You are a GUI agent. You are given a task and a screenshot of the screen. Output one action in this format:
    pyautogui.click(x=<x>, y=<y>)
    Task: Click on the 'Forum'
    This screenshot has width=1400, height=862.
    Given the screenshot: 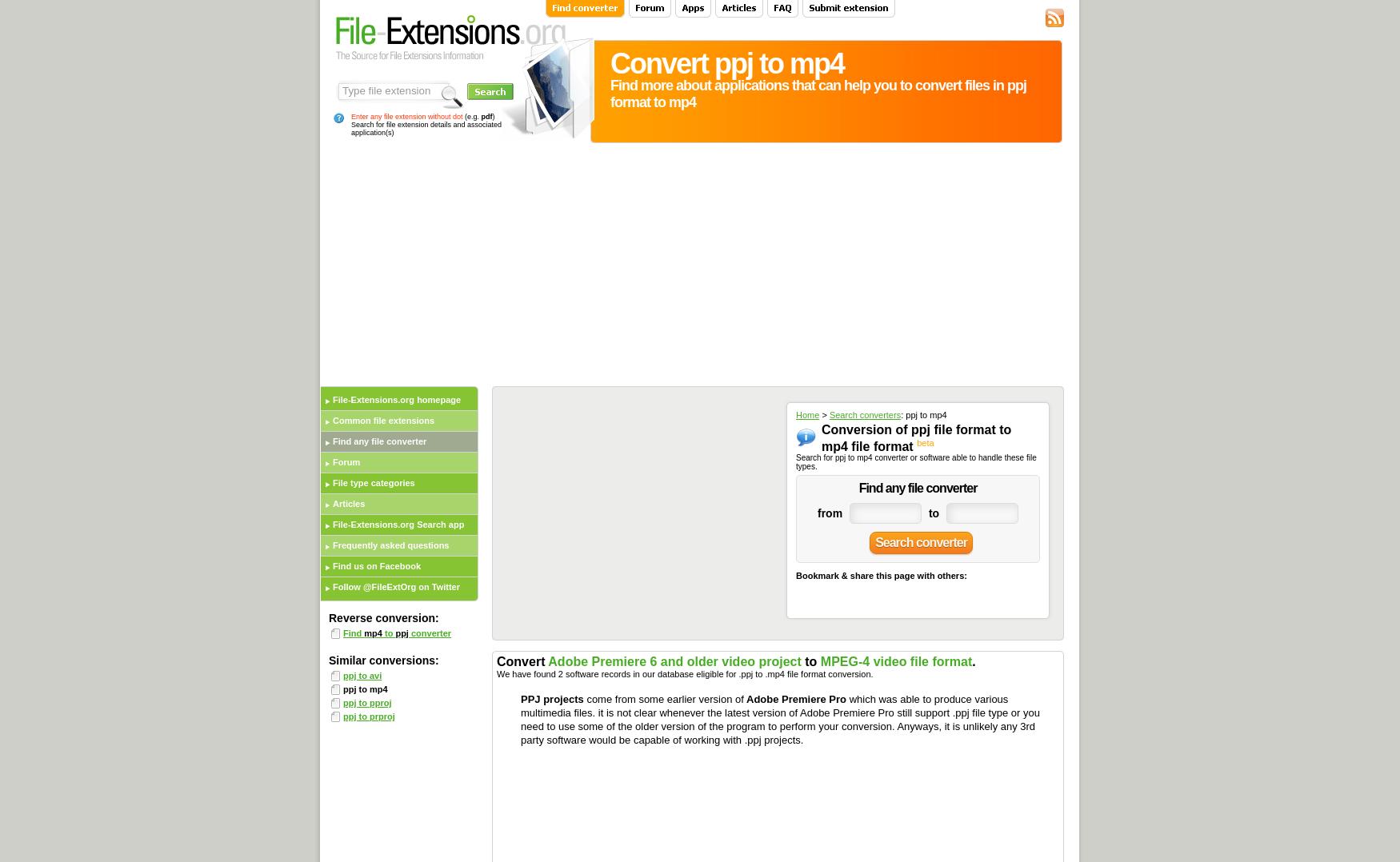 What is the action you would take?
    pyautogui.click(x=345, y=462)
    